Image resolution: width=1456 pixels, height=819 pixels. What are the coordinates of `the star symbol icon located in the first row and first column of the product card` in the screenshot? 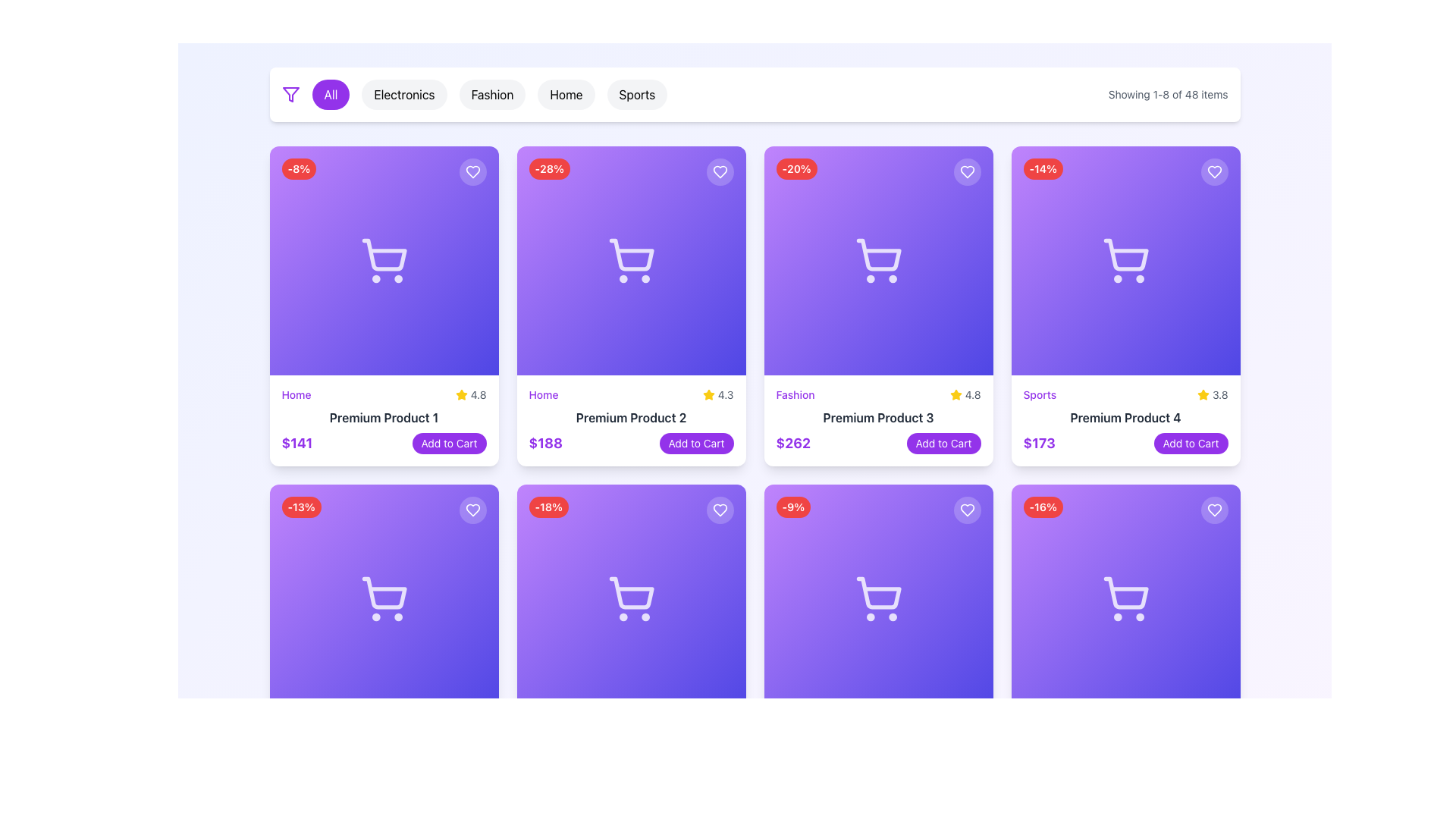 It's located at (460, 394).